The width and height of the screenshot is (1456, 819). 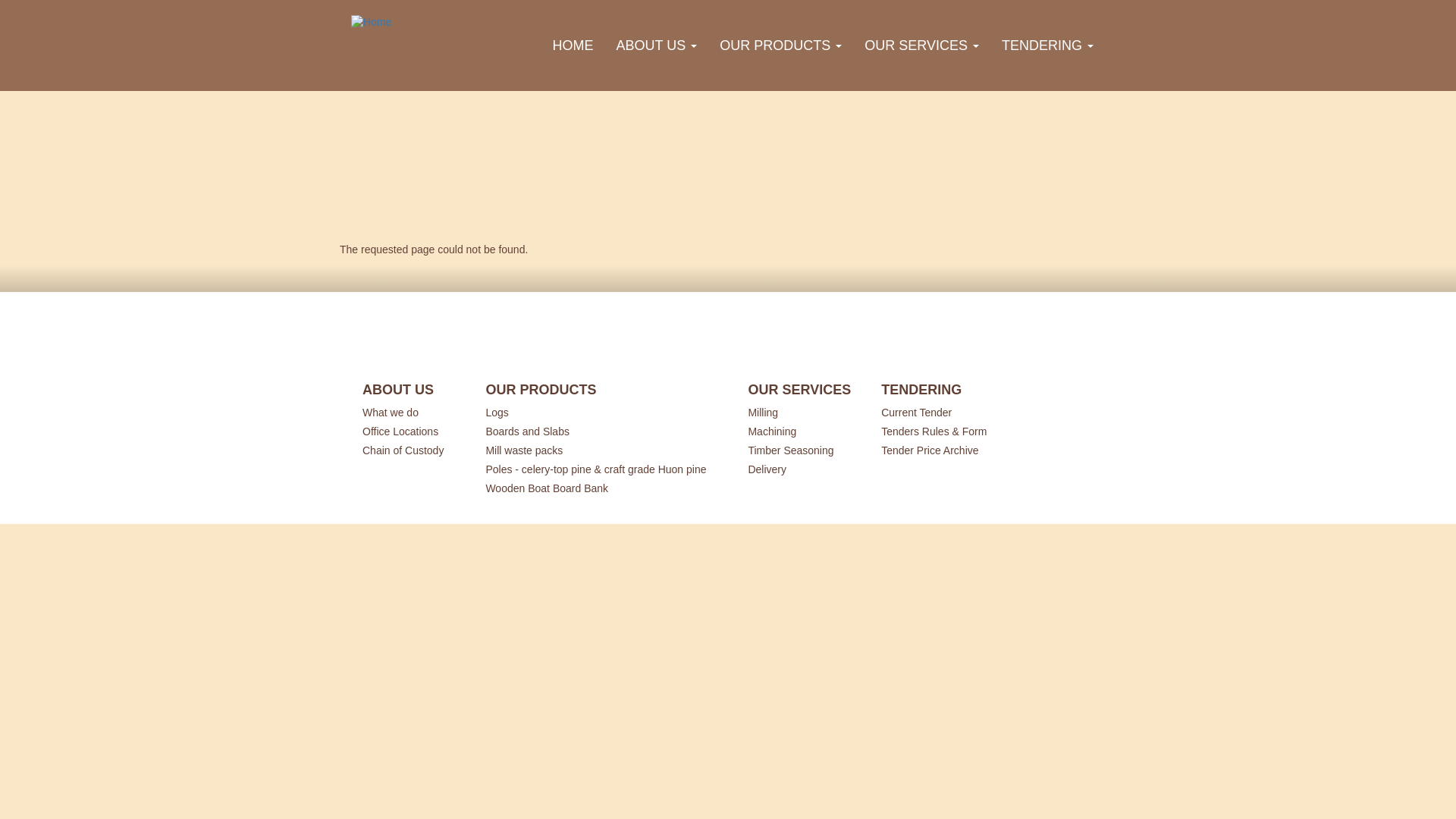 What do you see at coordinates (408, 411) in the screenshot?
I see `'What we do'` at bounding box center [408, 411].